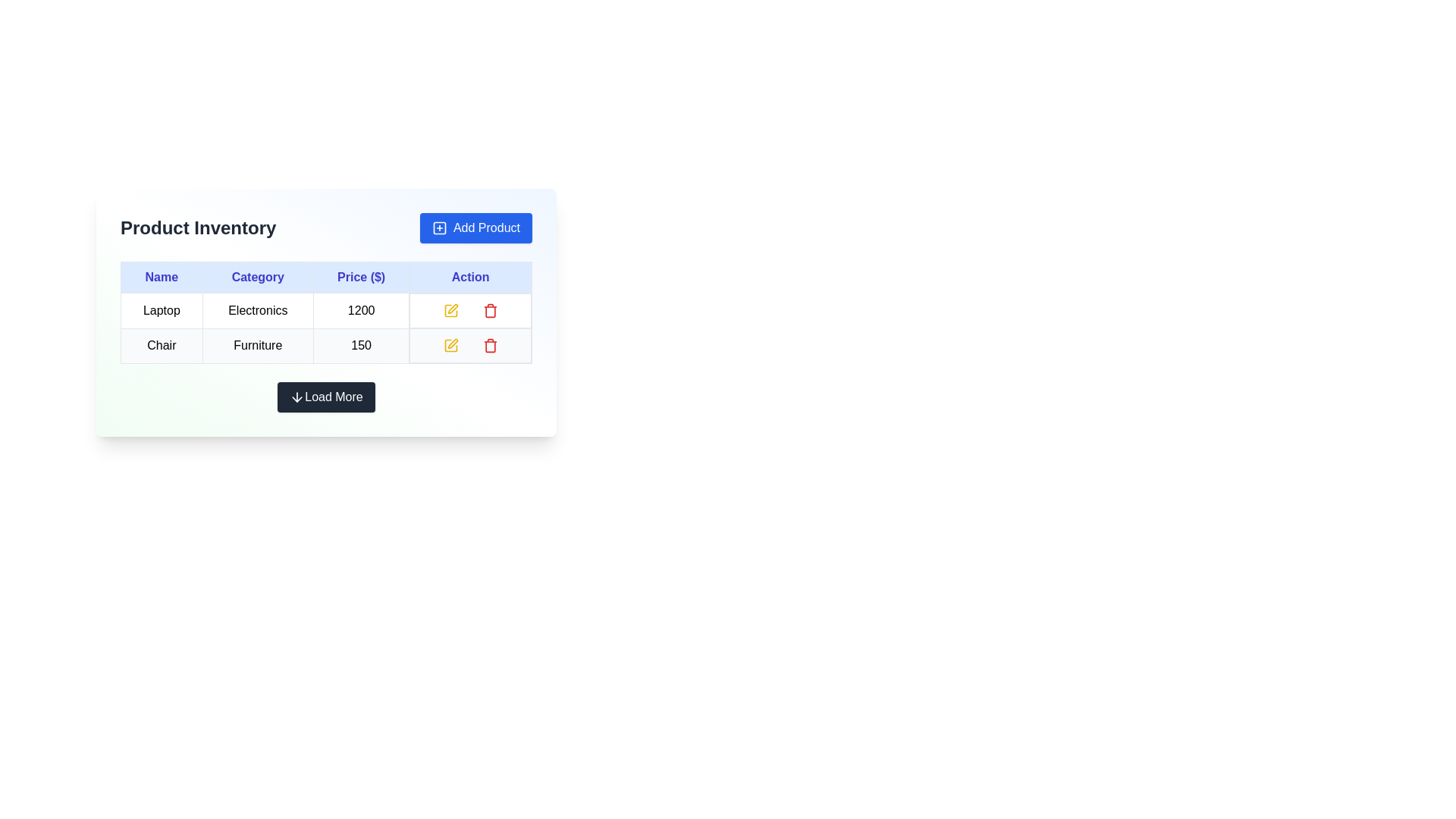 The width and height of the screenshot is (1456, 819). What do you see at coordinates (451, 308) in the screenshot?
I see `the edit icon located in the first row of the table in the 'Action' column, adjacent to the 'Edit' button for the 'Laptop' entry` at bounding box center [451, 308].